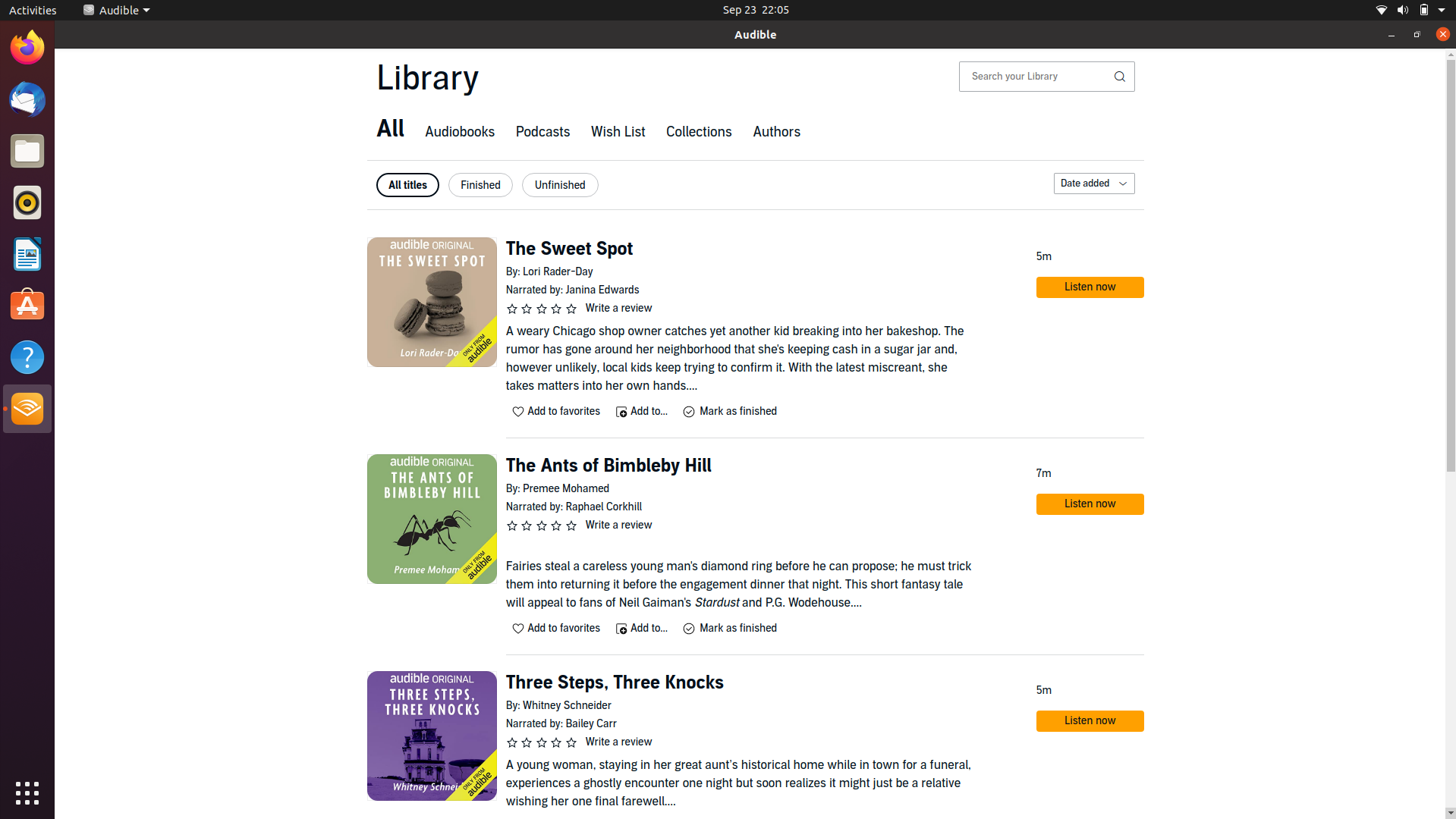 The width and height of the screenshot is (1456, 819). I want to click on Add "Ants of Bimbleby Hill" to favourites, so click(556, 628).